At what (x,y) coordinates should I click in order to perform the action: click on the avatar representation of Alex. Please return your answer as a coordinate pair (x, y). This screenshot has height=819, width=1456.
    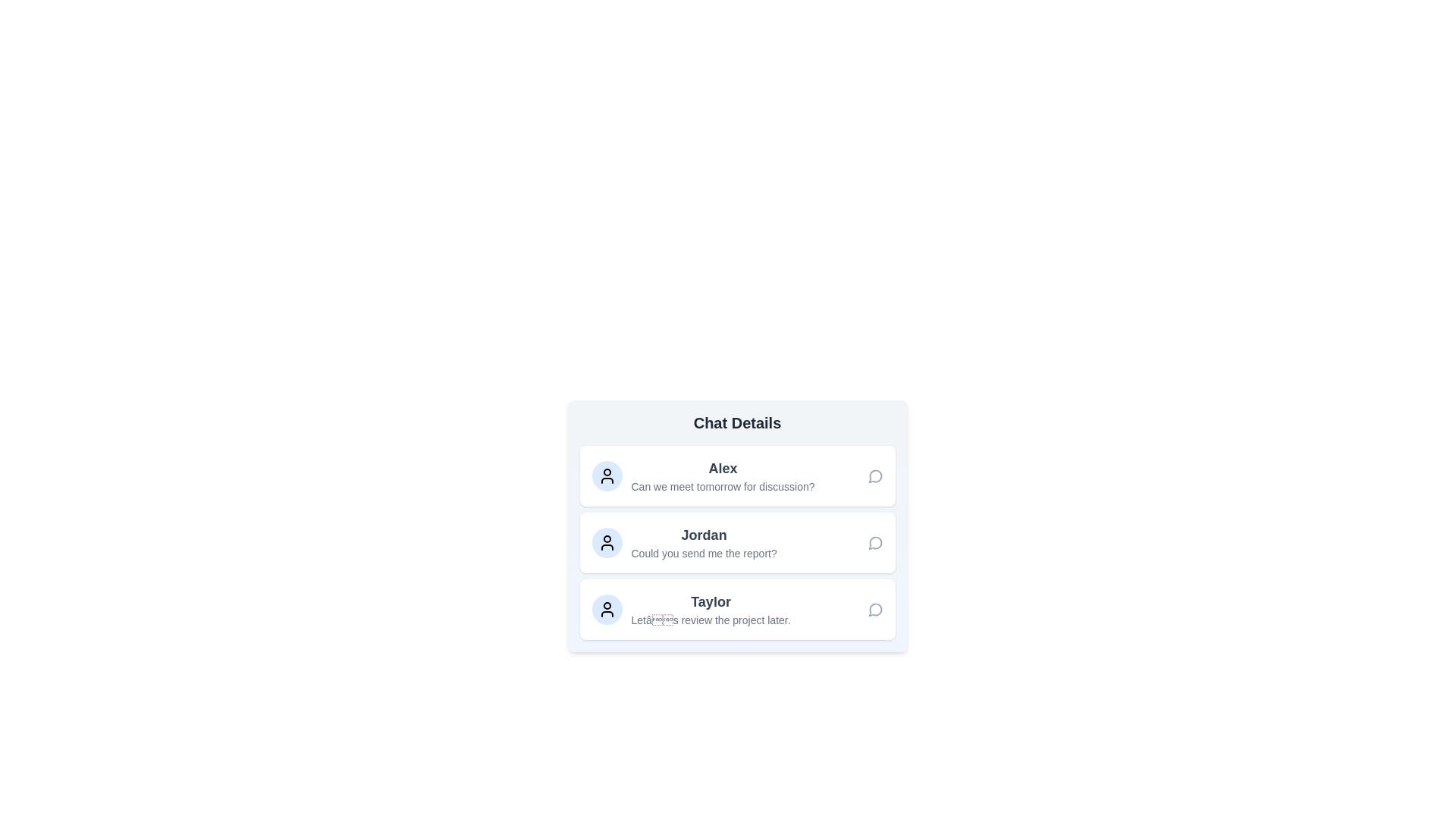
    Looking at the image, I should click on (607, 475).